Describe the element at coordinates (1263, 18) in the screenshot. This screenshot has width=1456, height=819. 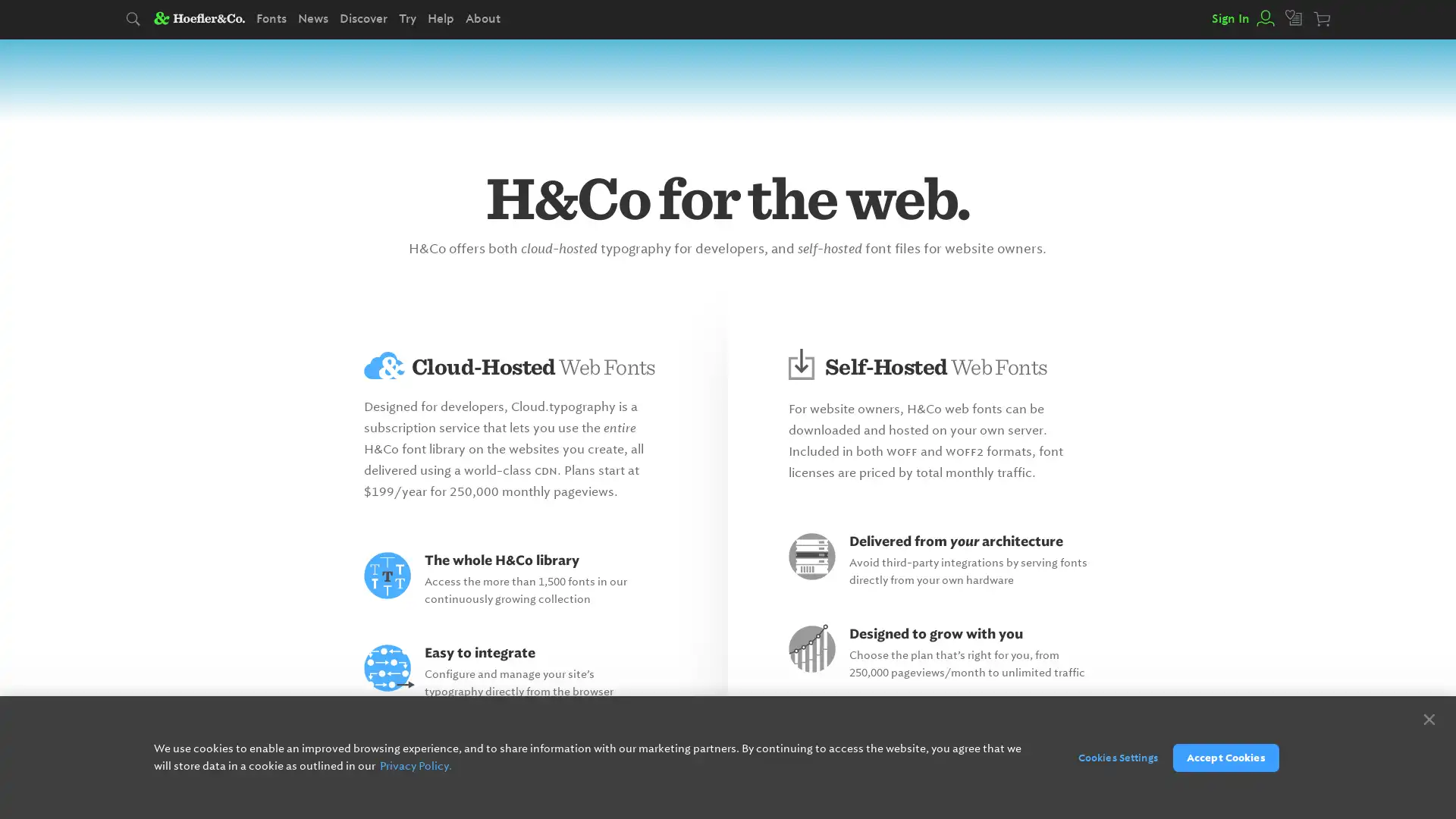
I see `View your account` at that location.